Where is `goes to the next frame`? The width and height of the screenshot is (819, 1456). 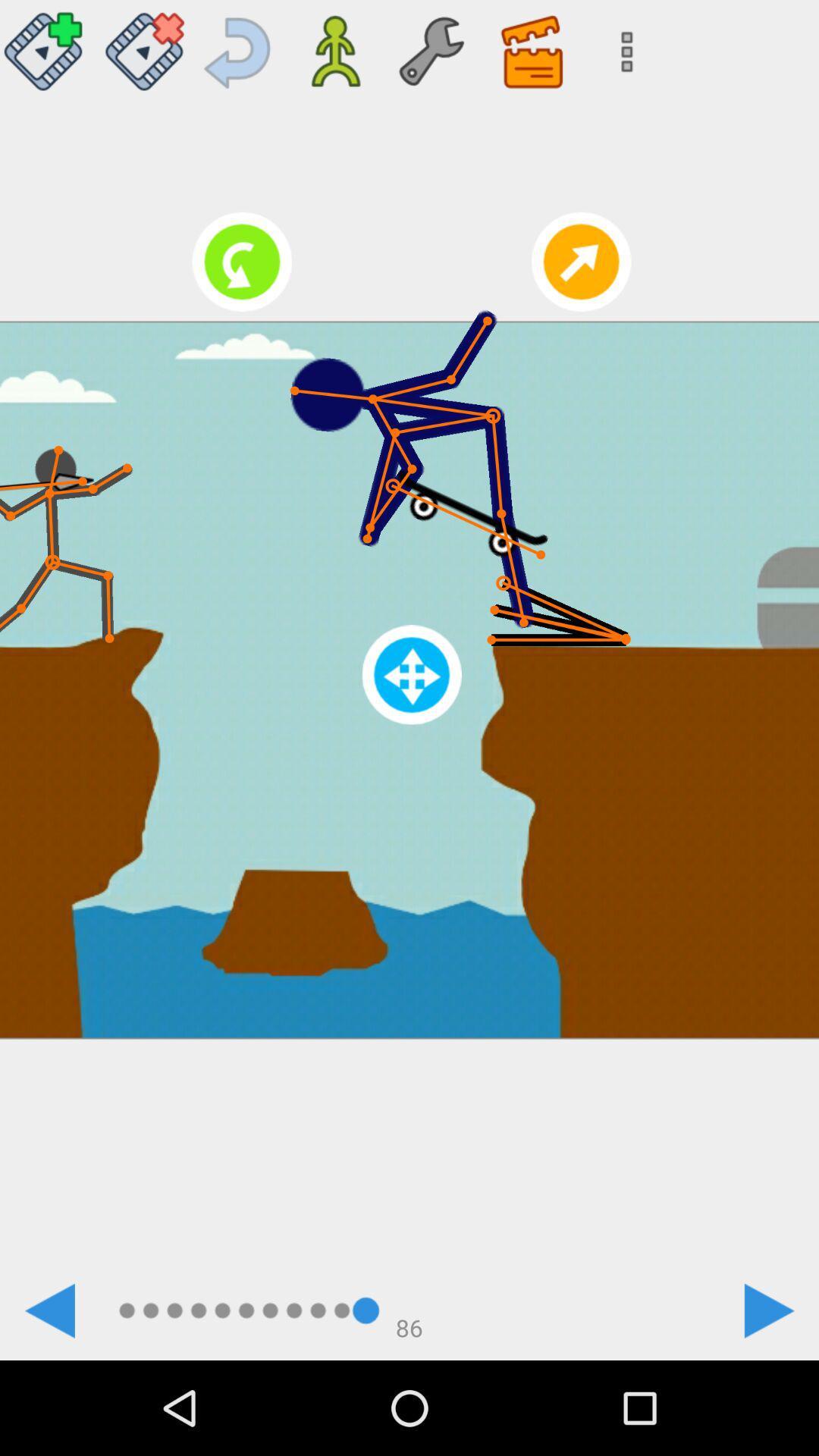 goes to the next frame is located at coordinates (769, 1310).